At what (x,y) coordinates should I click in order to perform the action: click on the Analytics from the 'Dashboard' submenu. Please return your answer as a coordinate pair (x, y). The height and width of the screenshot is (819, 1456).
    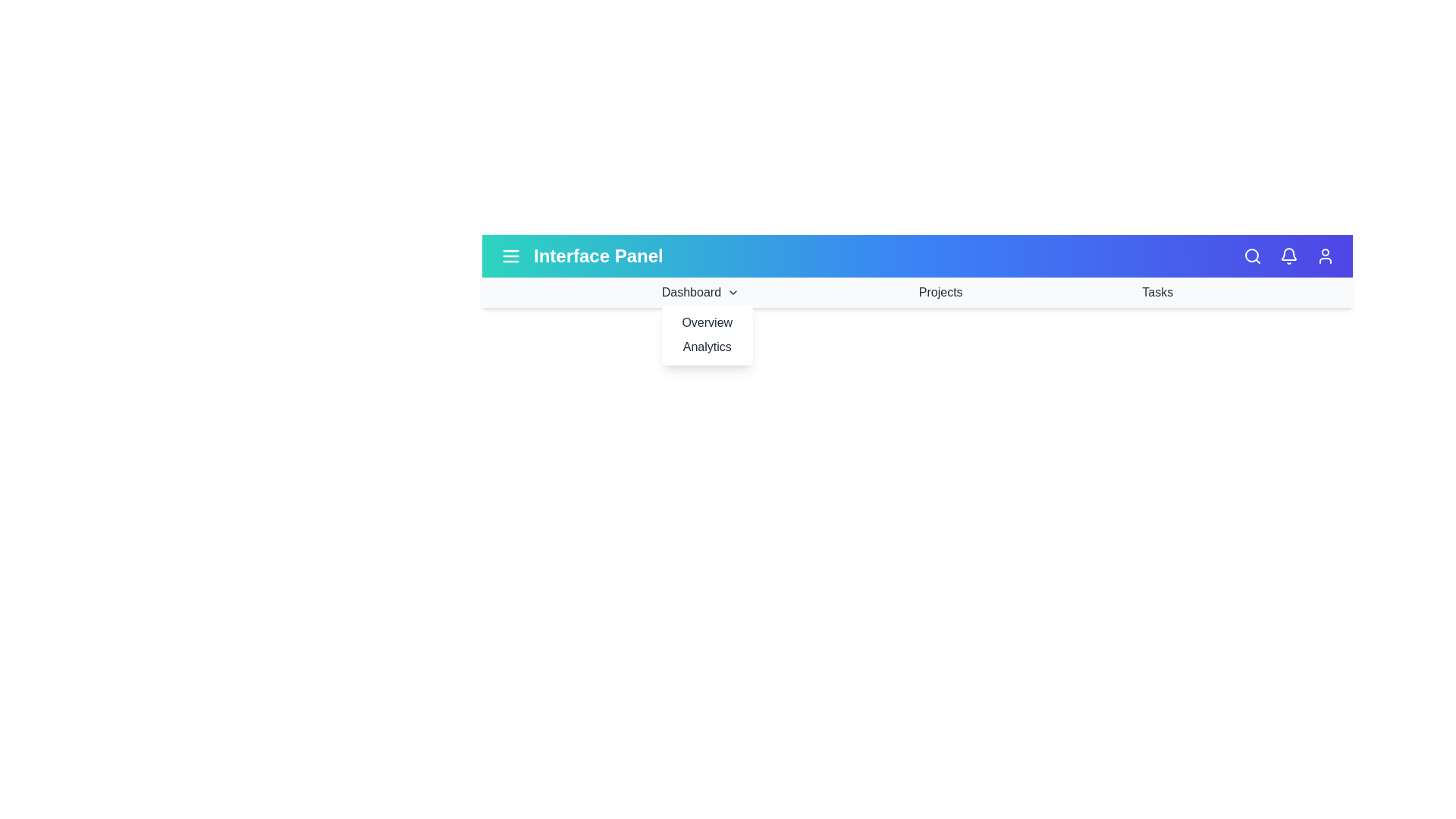
    Looking at the image, I should click on (706, 347).